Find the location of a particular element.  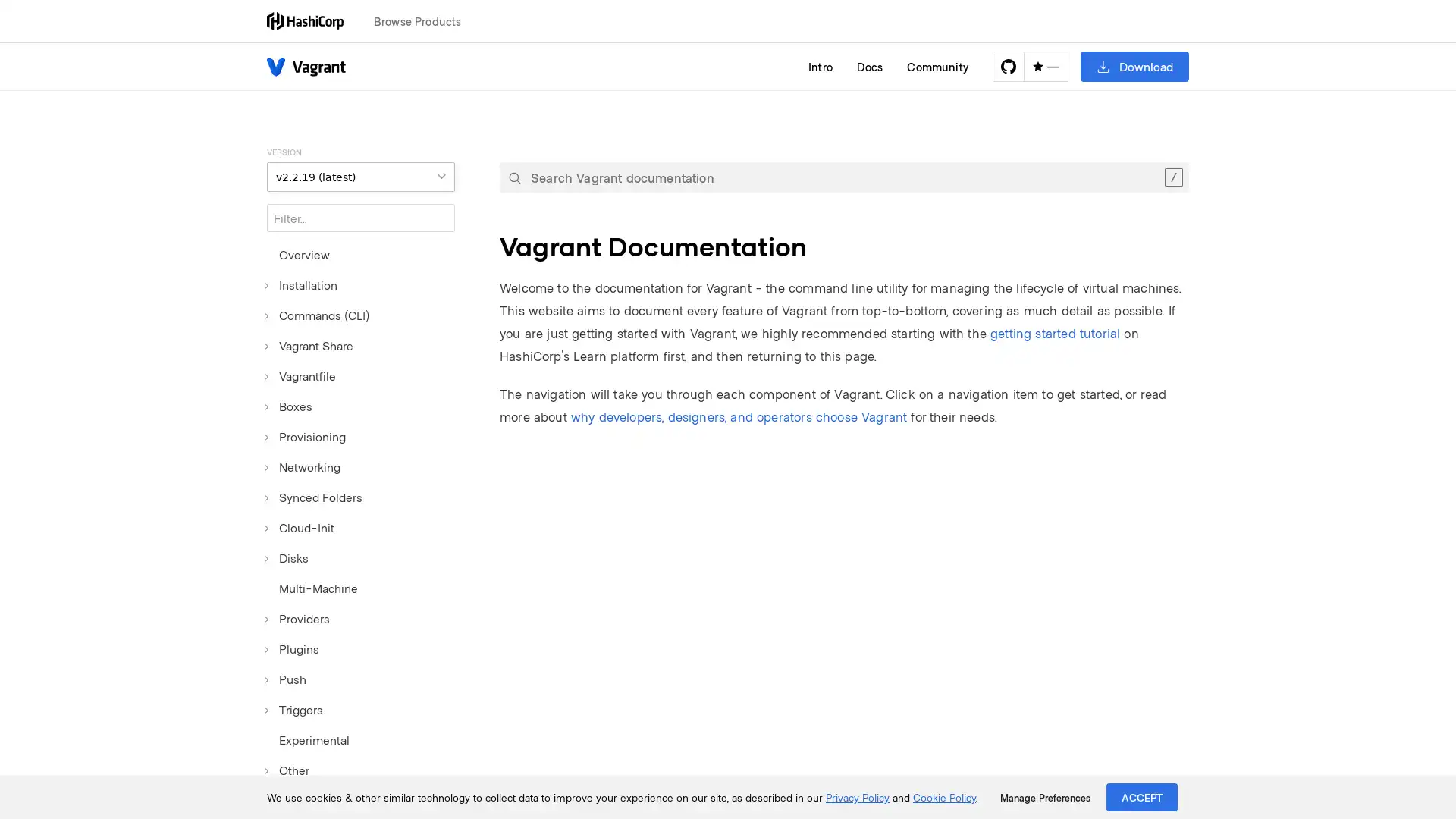

Disks is located at coordinates (287, 558).